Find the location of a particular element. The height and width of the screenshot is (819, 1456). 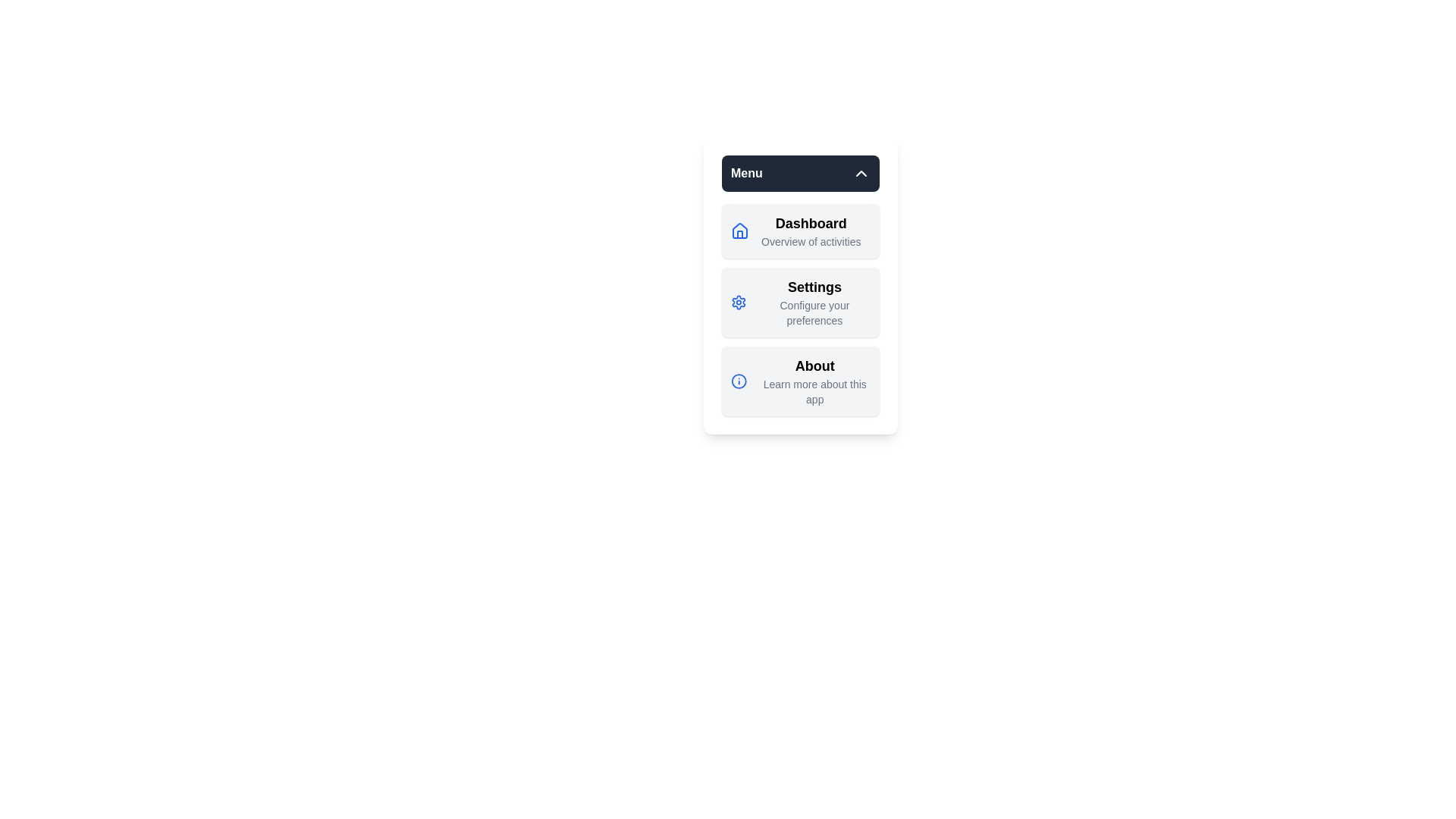

the text of the menu item About is located at coordinates (800, 380).